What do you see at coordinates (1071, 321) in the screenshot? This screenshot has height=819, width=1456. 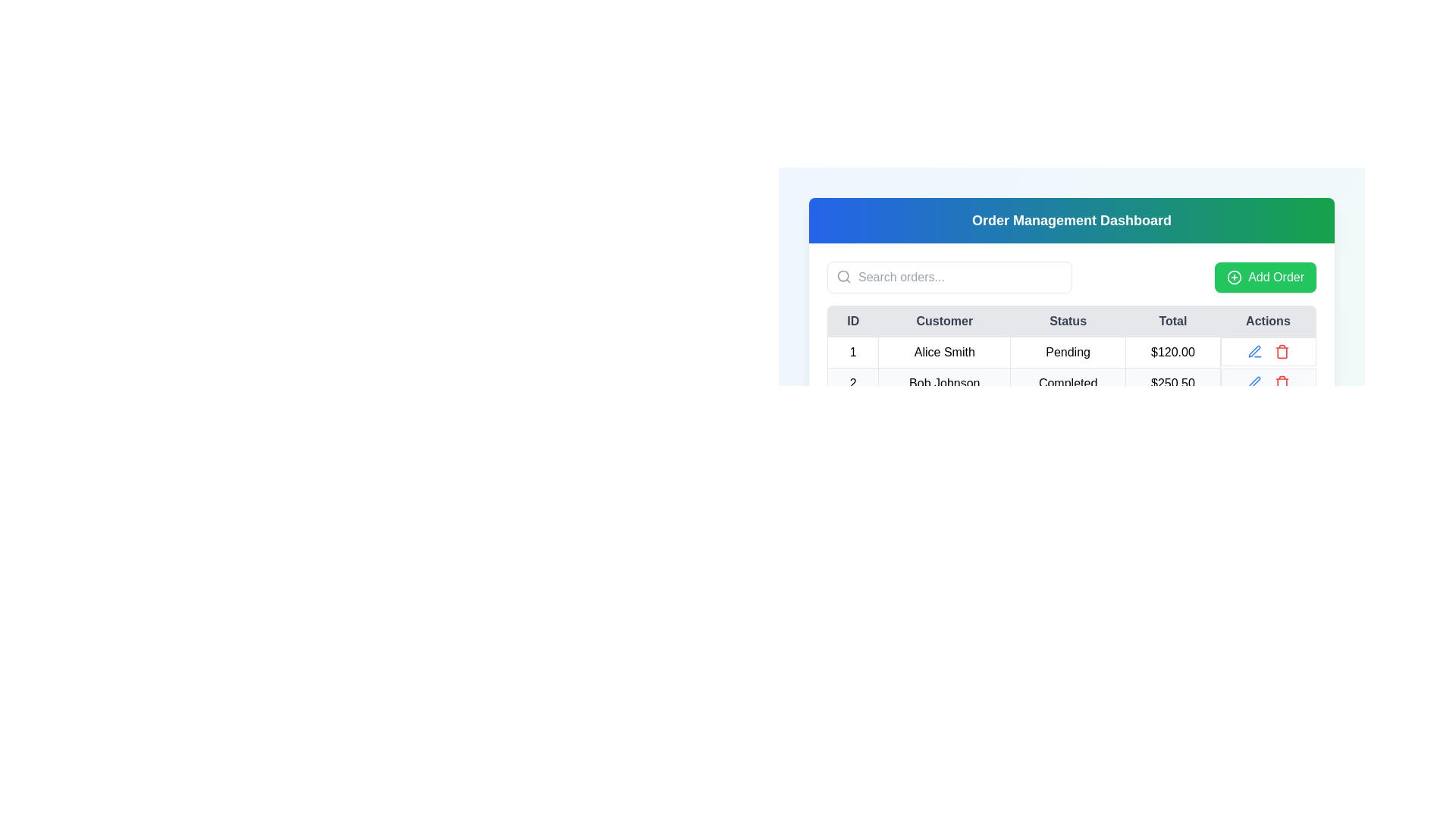 I see `the 'Status' column header label in the table, which is centrally located between the 'Customer' and 'Total' columns, below a green header bar` at bounding box center [1071, 321].